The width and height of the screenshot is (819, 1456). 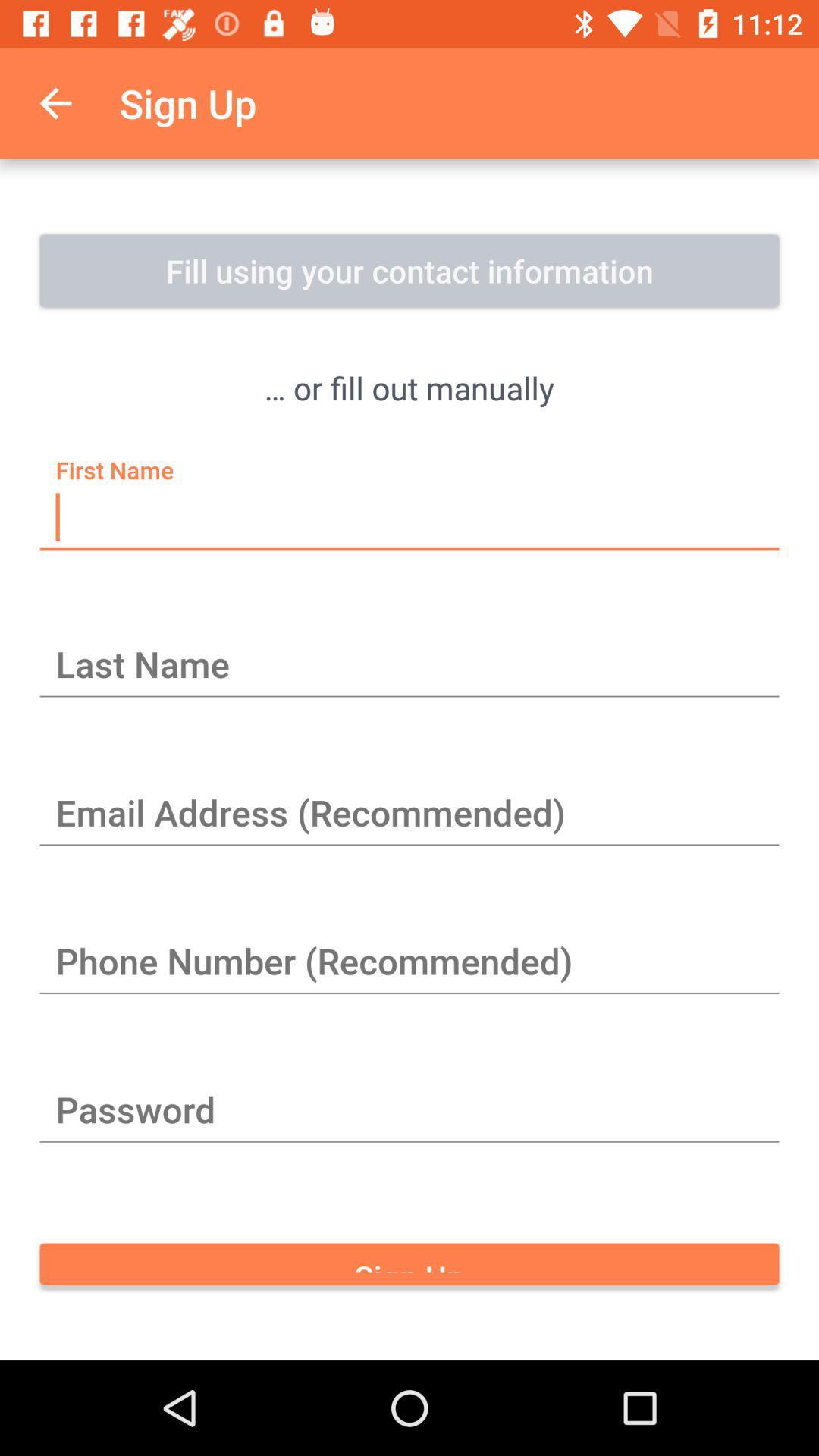 What do you see at coordinates (409, 518) in the screenshot?
I see `the item below the or fill out item` at bounding box center [409, 518].